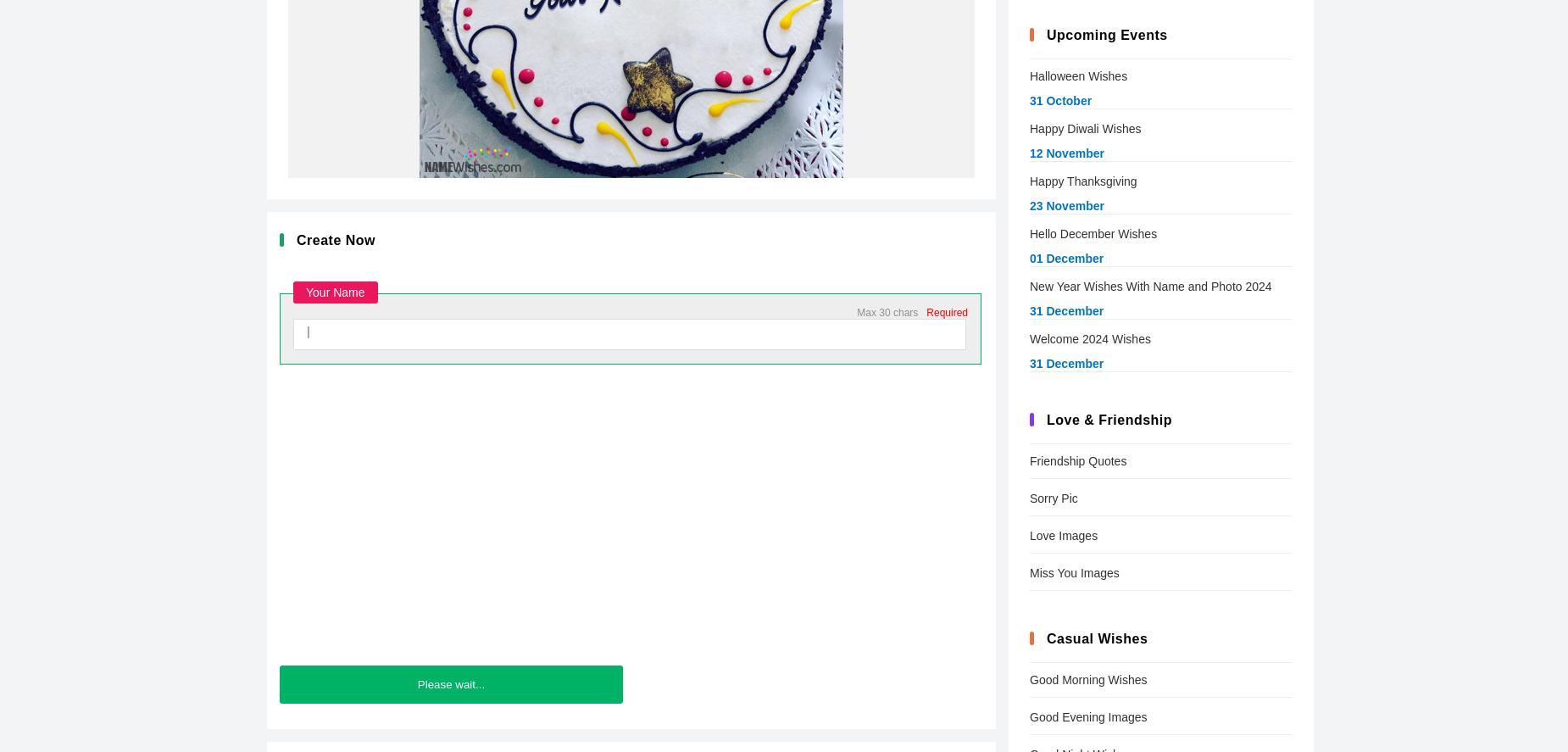 Image resolution: width=1568 pixels, height=752 pixels. Describe the element at coordinates (1087, 716) in the screenshot. I see `'Good Evening Images'` at that location.